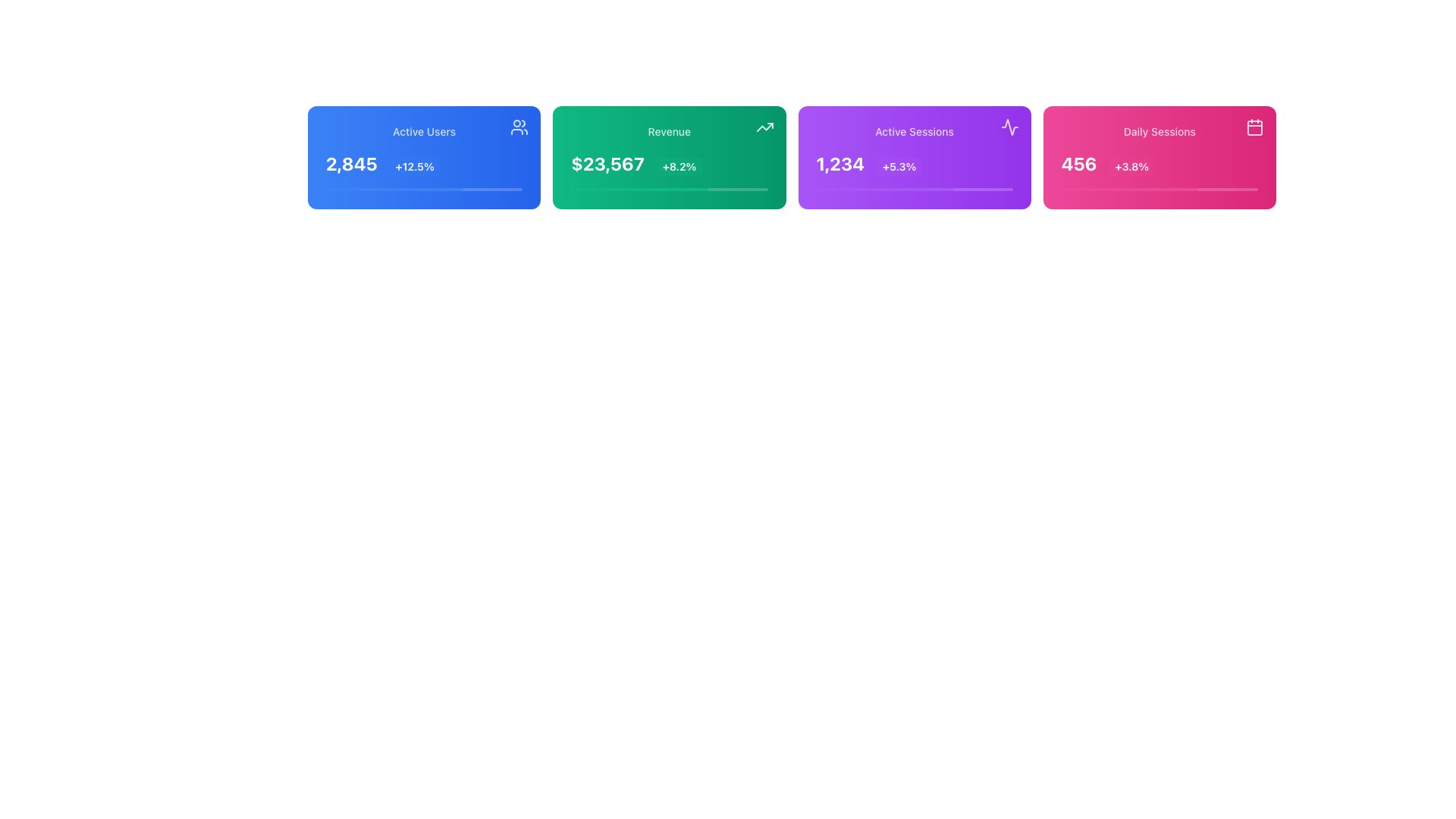 The width and height of the screenshot is (1456, 819). I want to click on percentage value displayed on the small, rounded rectangular label showing '+5.3%' in bold typography, located within the 'Active Sessions' card, to the right of '1,234', so click(899, 166).